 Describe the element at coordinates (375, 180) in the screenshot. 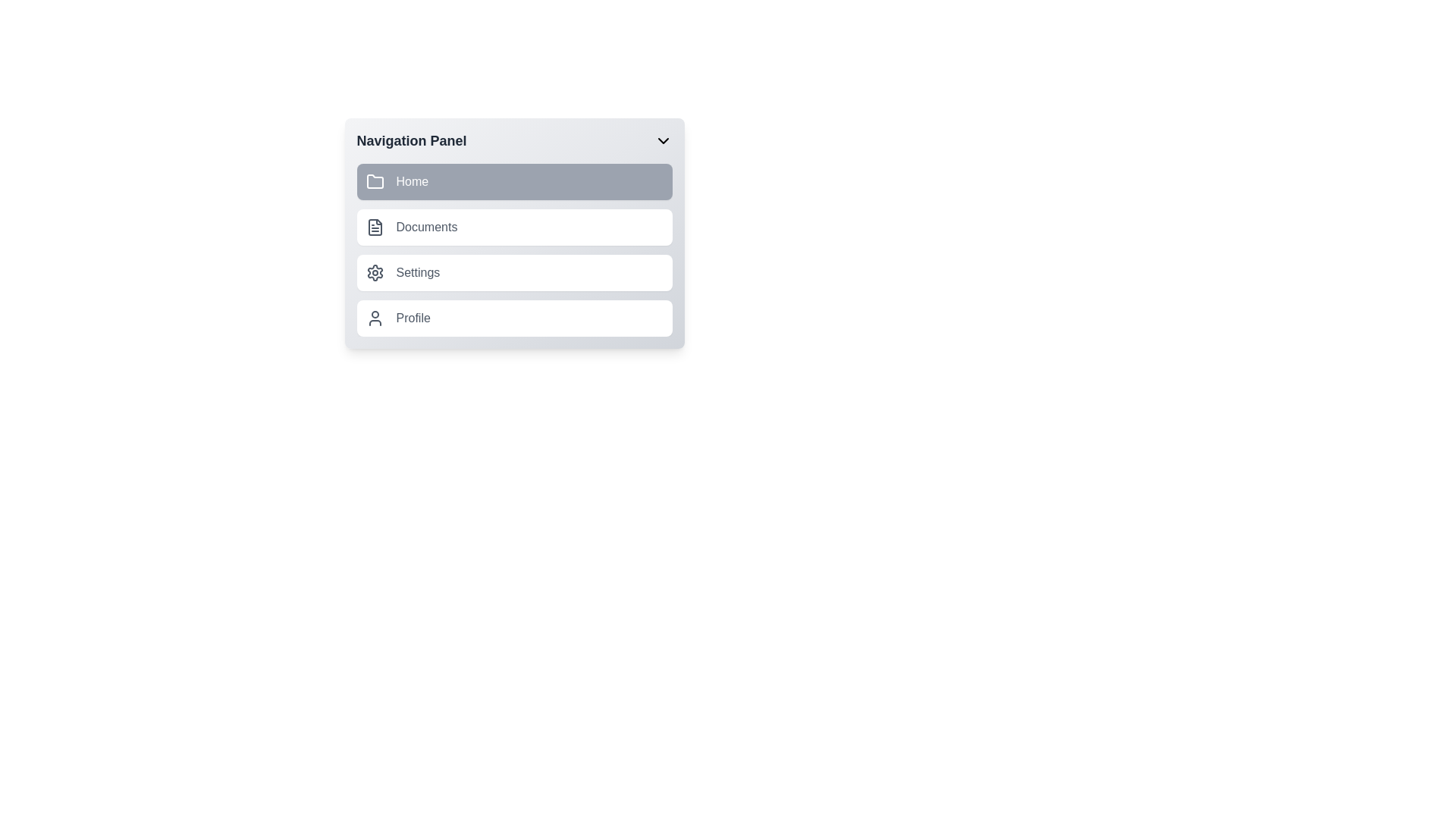

I see `the folder icon located on the leftmost side of the 'Home' navigation option in the panel` at that location.